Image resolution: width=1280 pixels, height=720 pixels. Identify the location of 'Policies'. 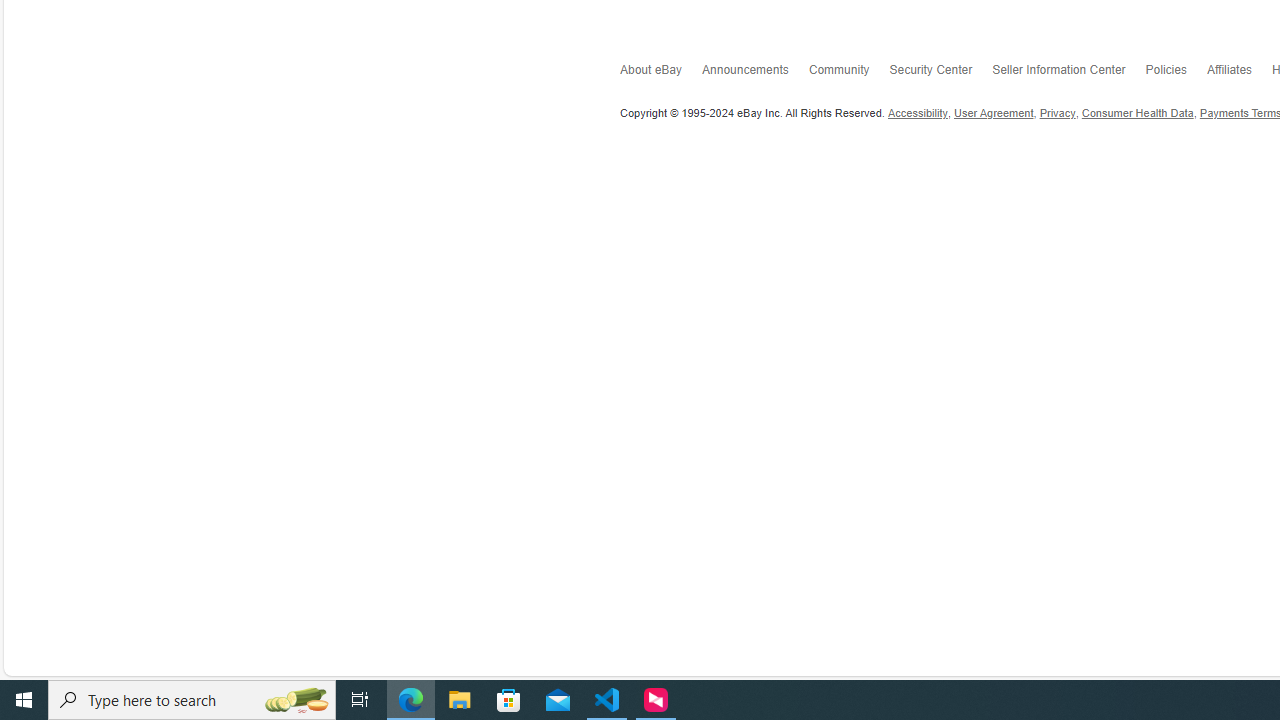
(1176, 73).